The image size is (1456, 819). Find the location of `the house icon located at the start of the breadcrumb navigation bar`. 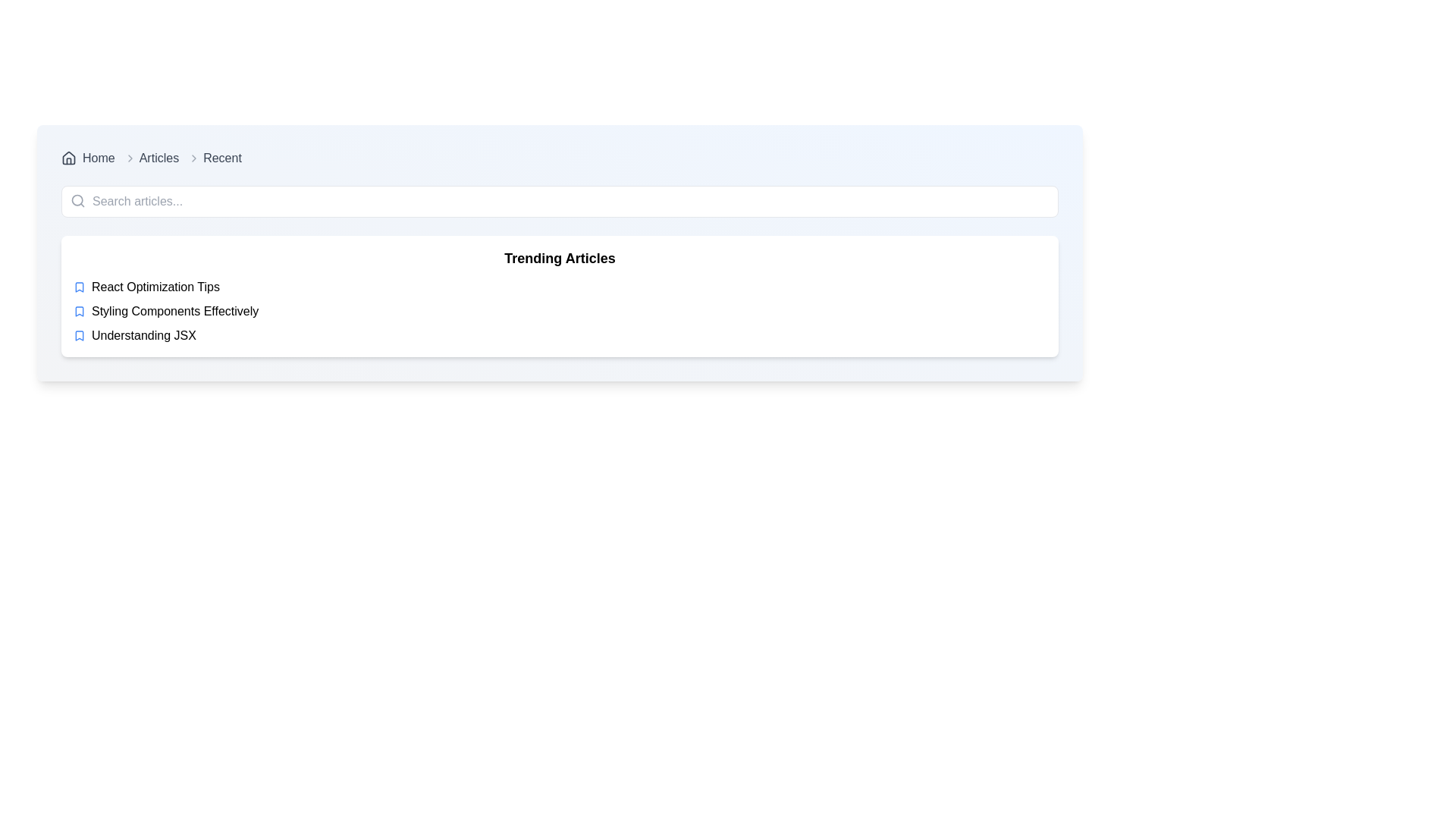

the house icon located at the start of the breadcrumb navigation bar is located at coordinates (68, 158).